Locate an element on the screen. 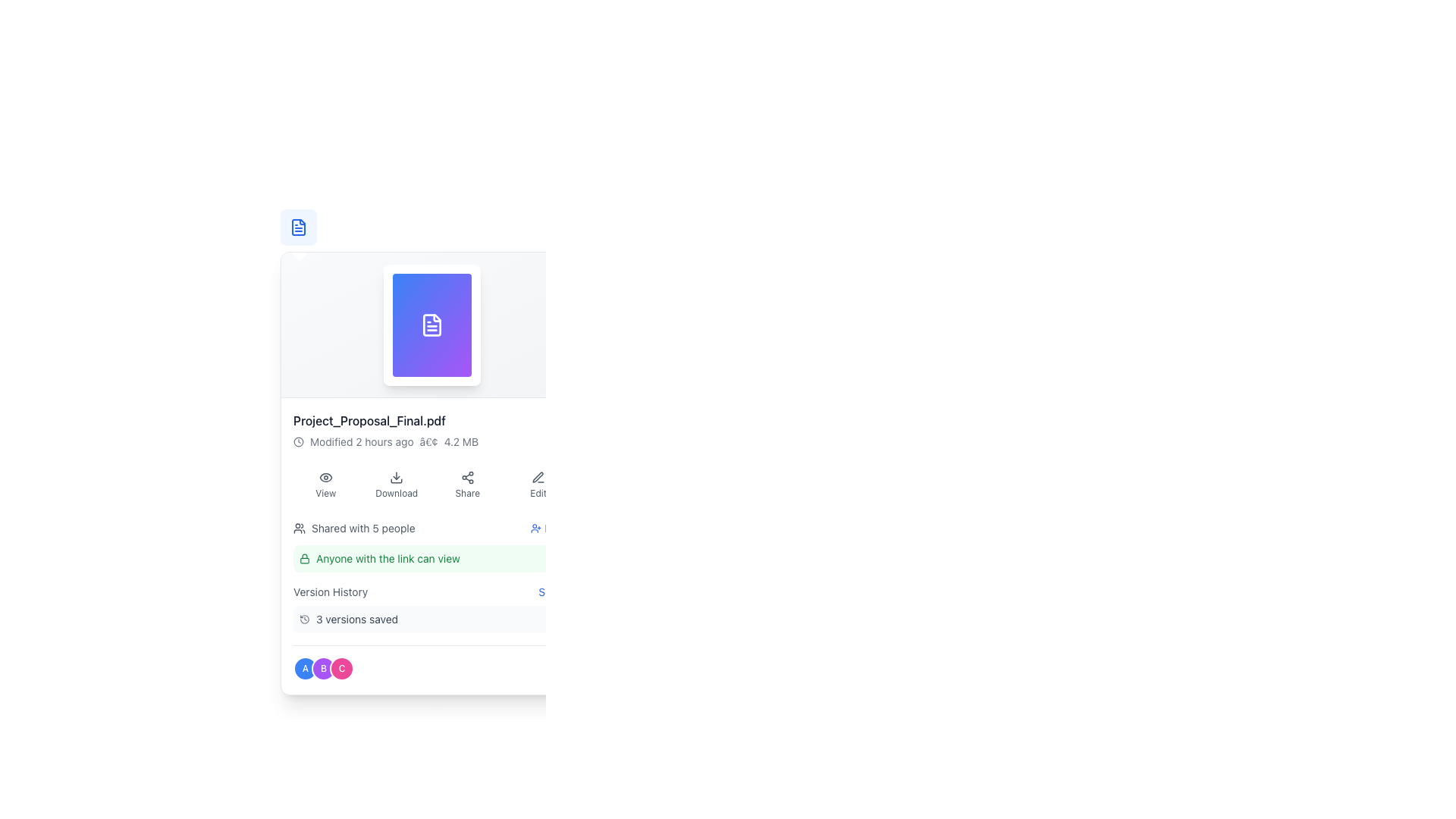 Image resolution: width=1456 pixels, height=819 pixels. the 'Download' text label styled in a small, gray-colored font, which is part of a button-like component located beneath a download arrow icon is located at coordinates (397, 494).